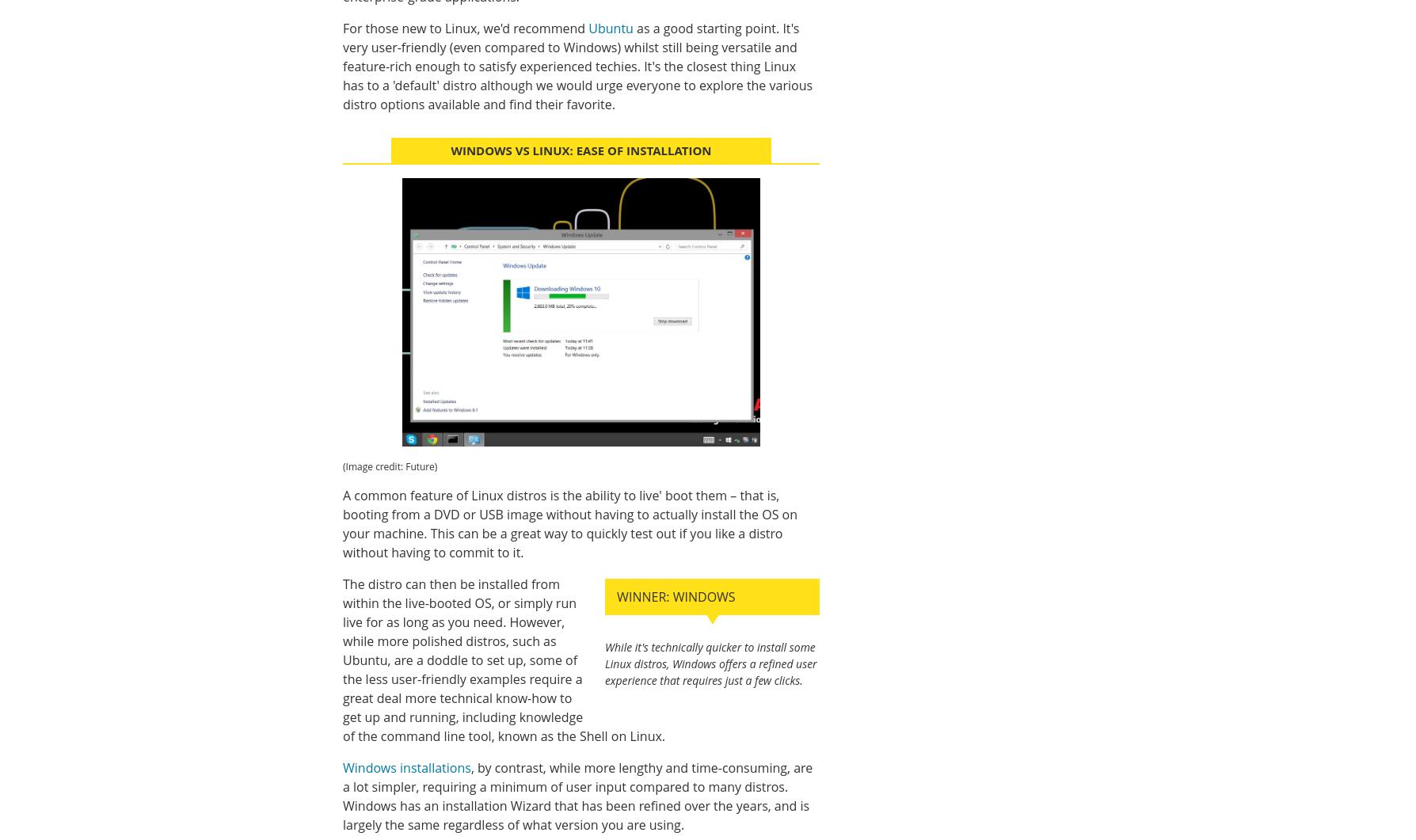 The image size is (1416, 840). I want to click on 'The distro can then be installed from within the live-booted OS, or simply run live for as long as you need. However, while more polished distros, such as Ubuntu, are a doddle to set up, some of the less user-friendly examples require a great deal more technical know-how to get up and running, including knowledge of the command line tool, known as the Shell on Linux.', so click(504, 659).